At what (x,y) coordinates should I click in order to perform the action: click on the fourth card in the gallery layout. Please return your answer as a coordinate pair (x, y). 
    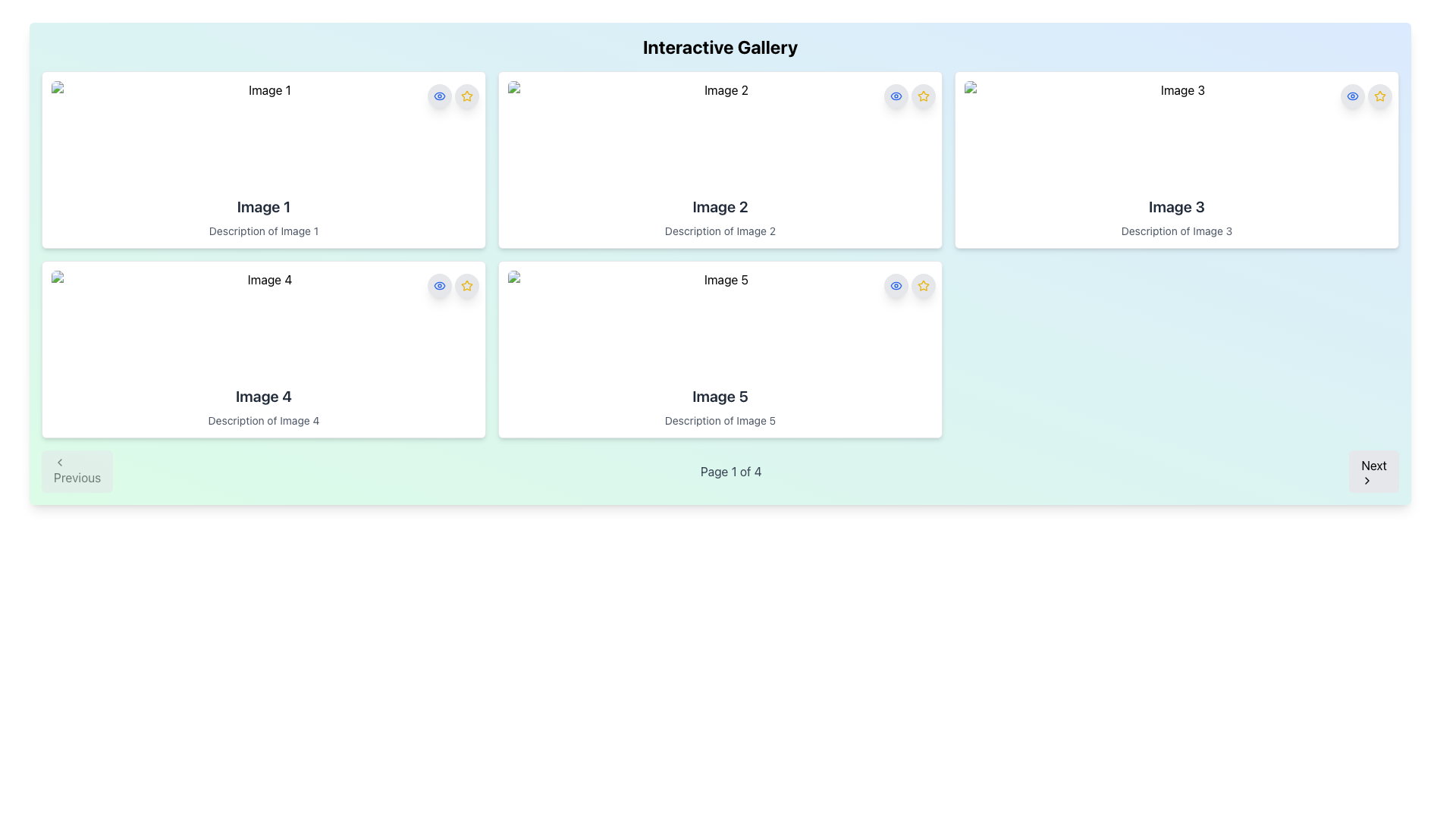
    Looking at the image, I should click on (263, 350).